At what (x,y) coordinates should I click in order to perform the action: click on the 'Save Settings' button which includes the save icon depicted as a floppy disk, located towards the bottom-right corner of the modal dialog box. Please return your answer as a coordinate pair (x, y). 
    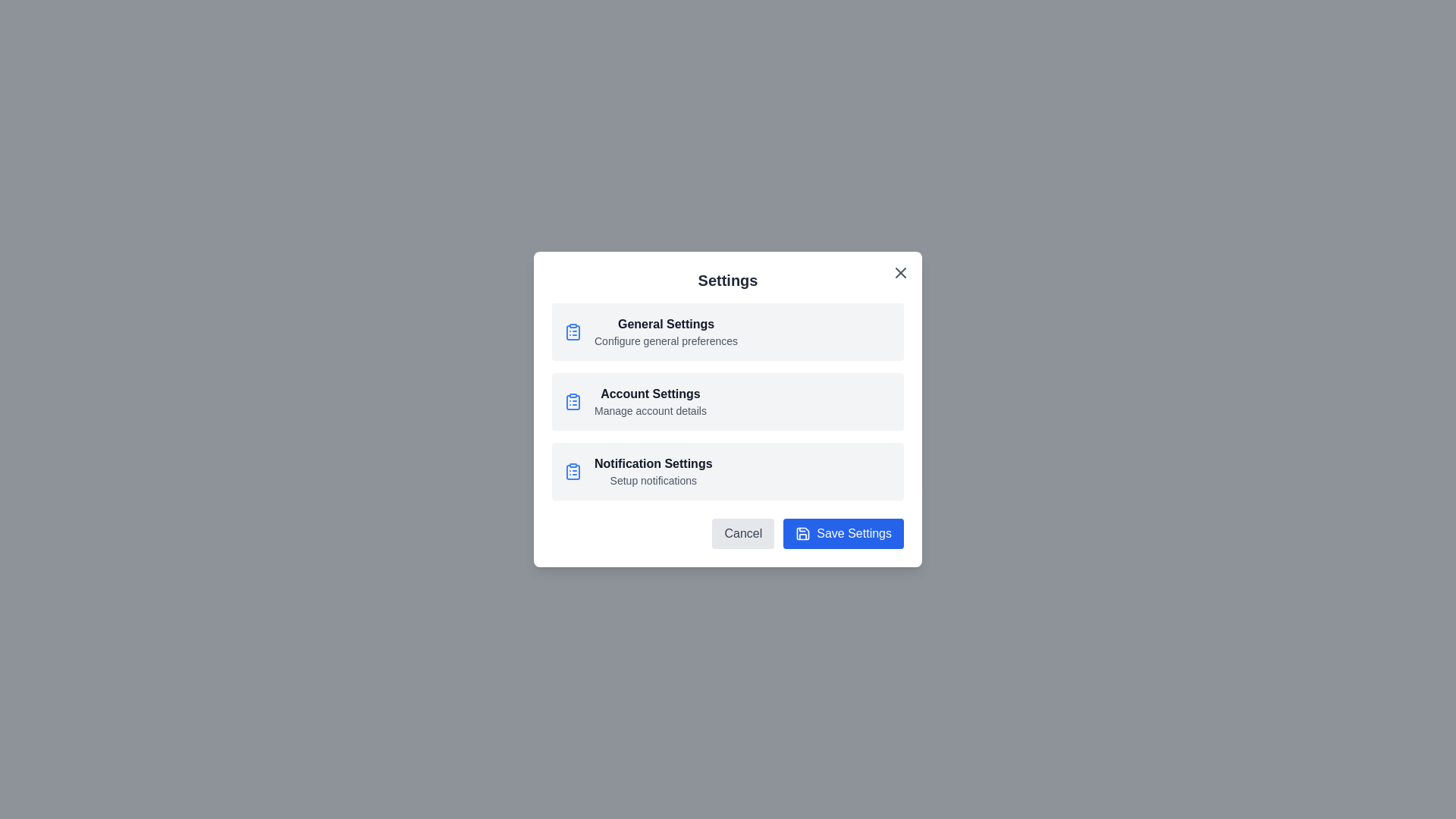
    Looking at the image, I should click on (802, 533).